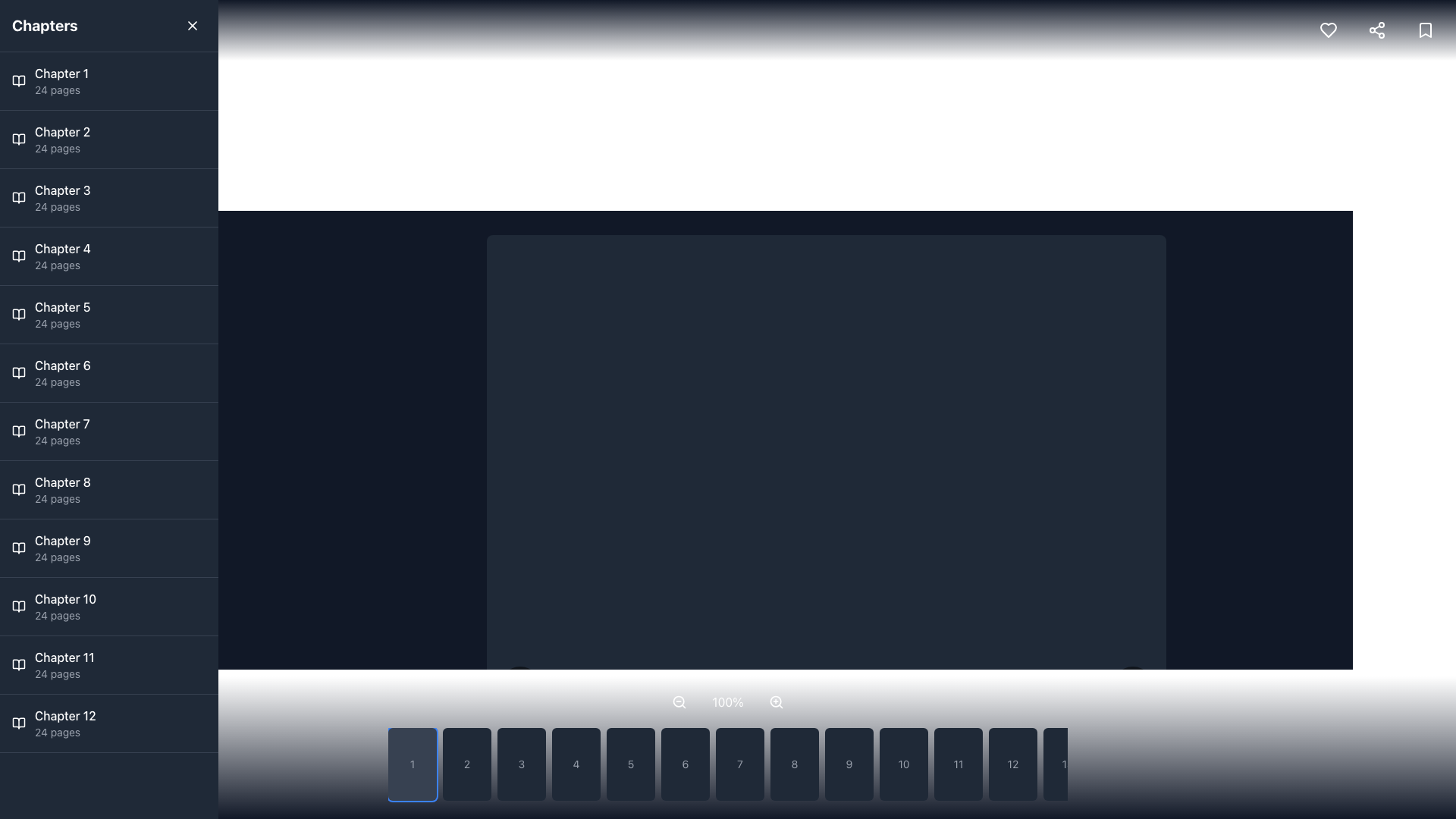 The height and width of the screenshot is (819, 1456). What do you see at coordinates (728, 701) in the screenshot?
I see `the text label displaying the current zoom percentage, which is centrally positioned within the zoom controls row` at bounding box center [728, 701].